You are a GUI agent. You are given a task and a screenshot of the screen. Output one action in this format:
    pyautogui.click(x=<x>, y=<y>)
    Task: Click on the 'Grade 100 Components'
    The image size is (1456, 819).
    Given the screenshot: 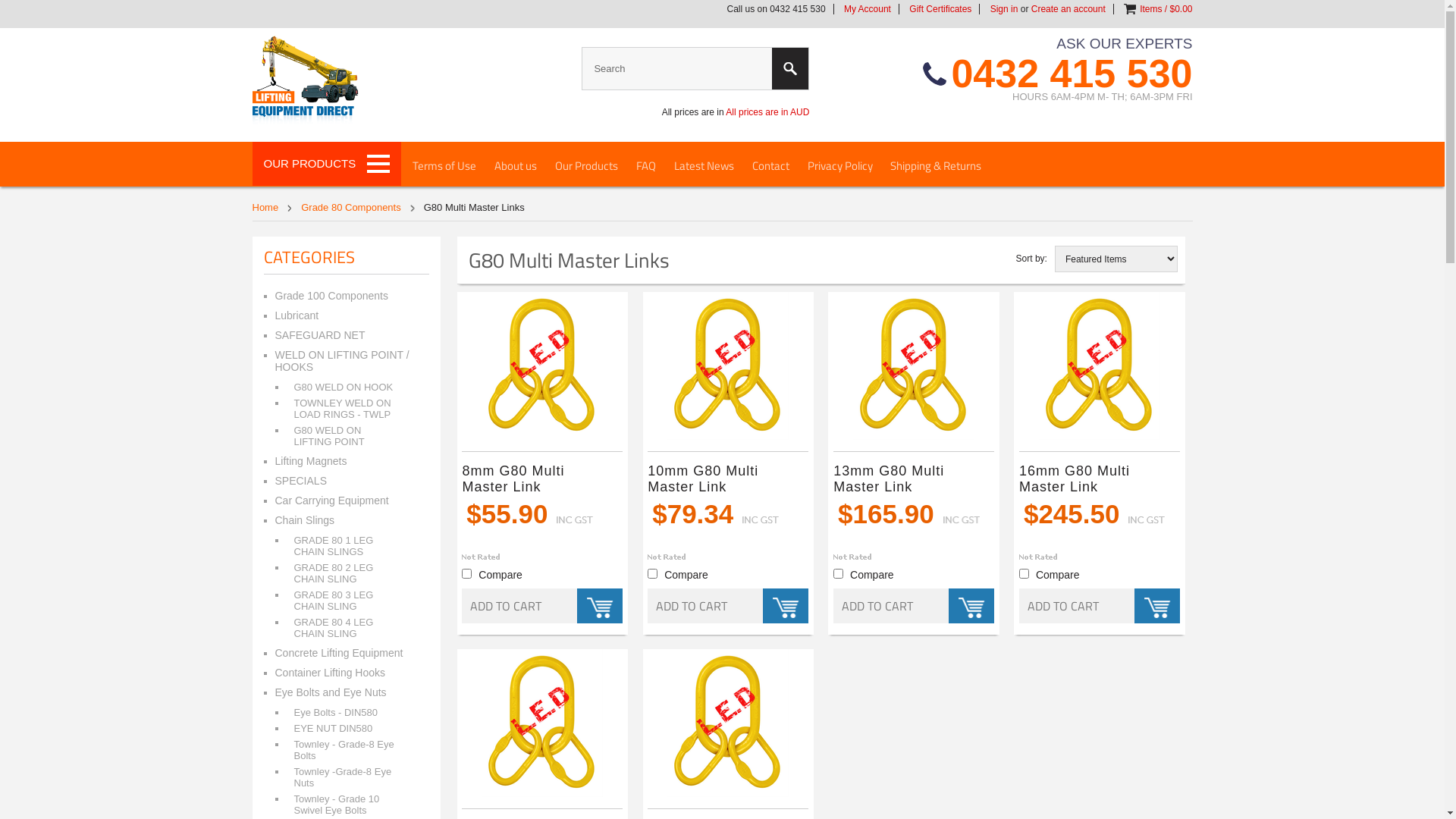 What is the action you would take?
    pyautogui.click(x=274, y=295)
    